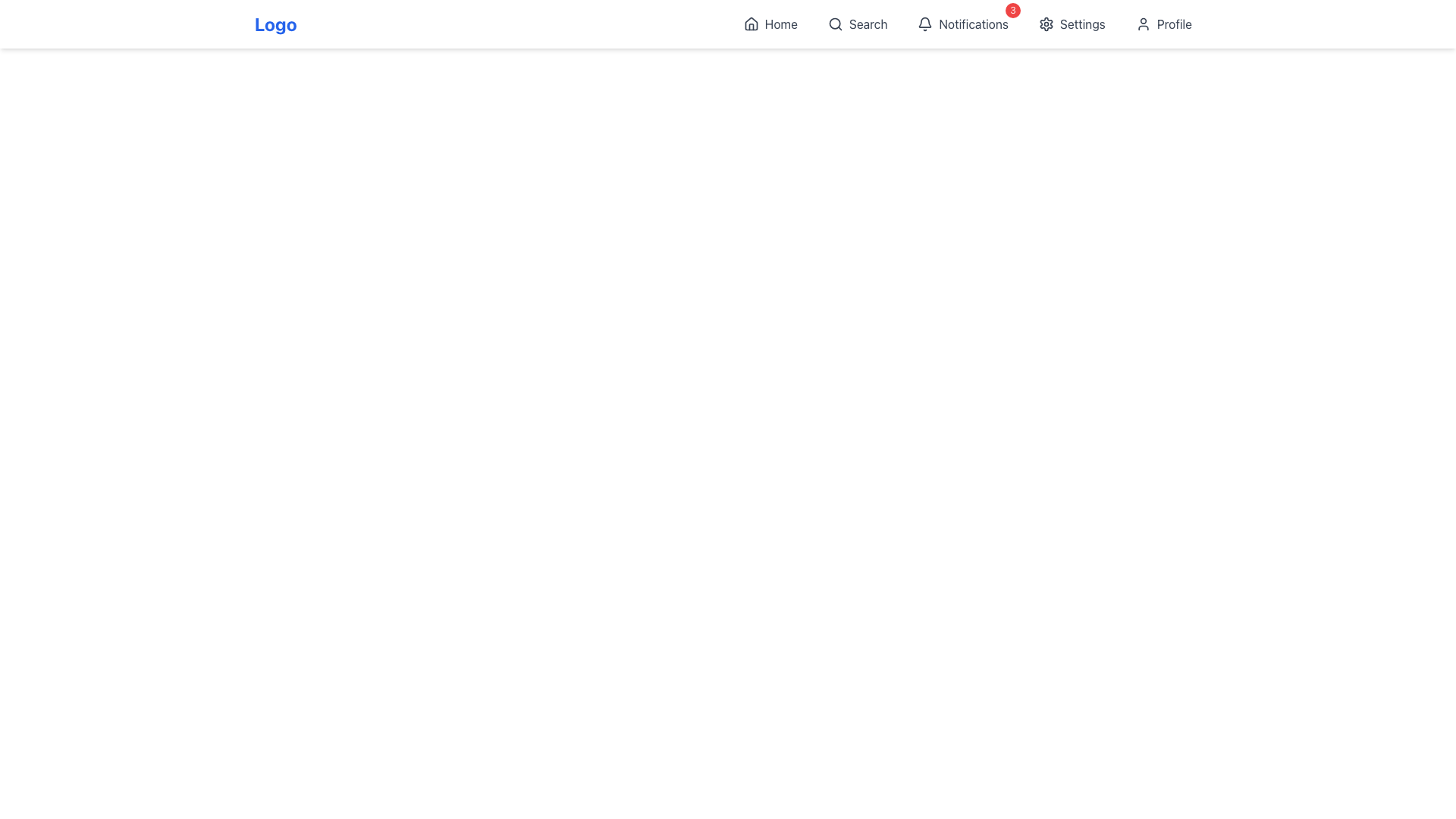 The height and width of the screenshot is (819, 1456). Describe the element at coordinates (834, 24) in the screenshot. I see `the search icon located in the navigation bar to the left of the 'Search' text` at that location.